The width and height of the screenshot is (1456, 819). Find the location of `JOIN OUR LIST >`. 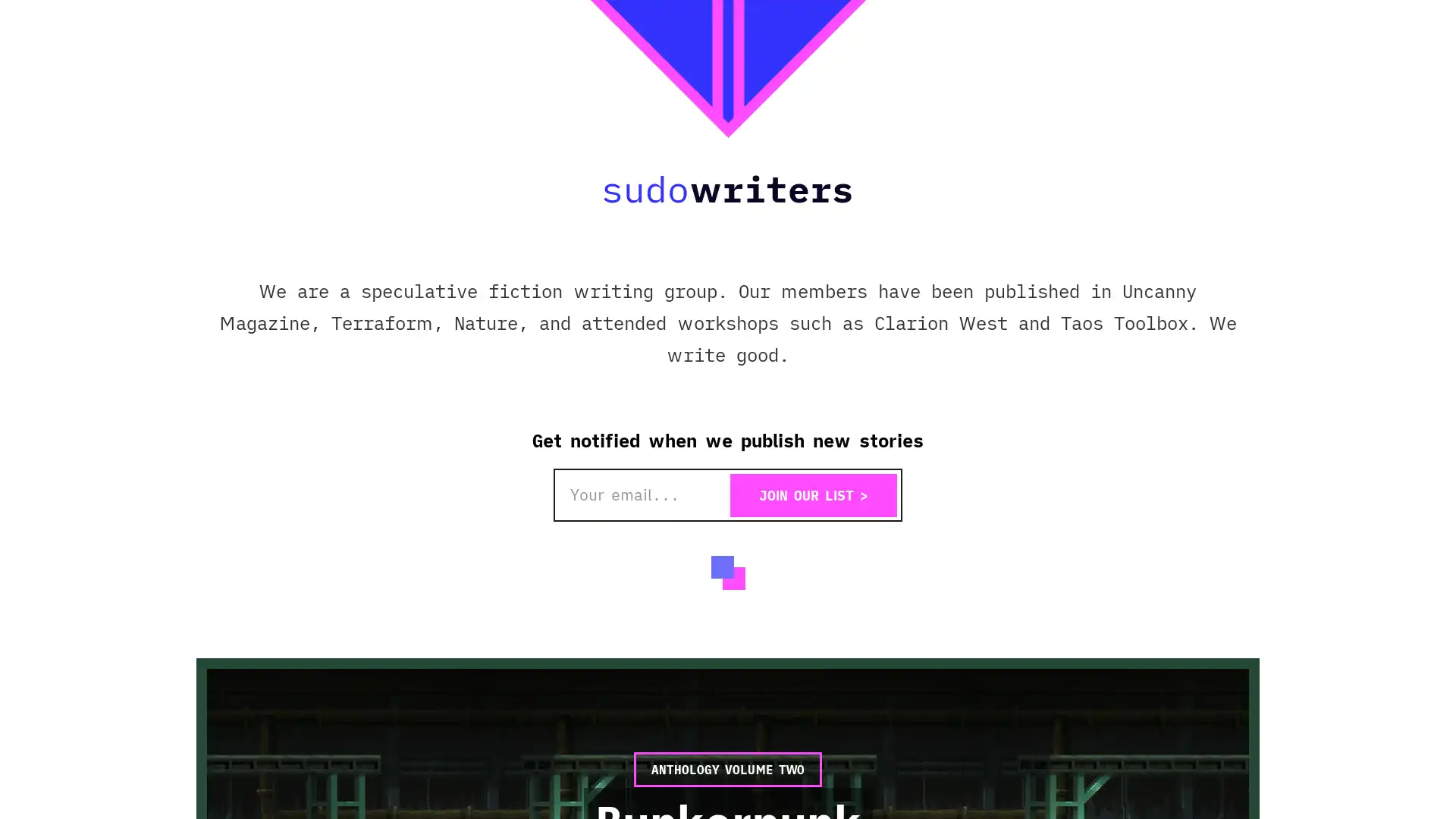

JOIN OUR LIST > is located at coordinates (813, 495).